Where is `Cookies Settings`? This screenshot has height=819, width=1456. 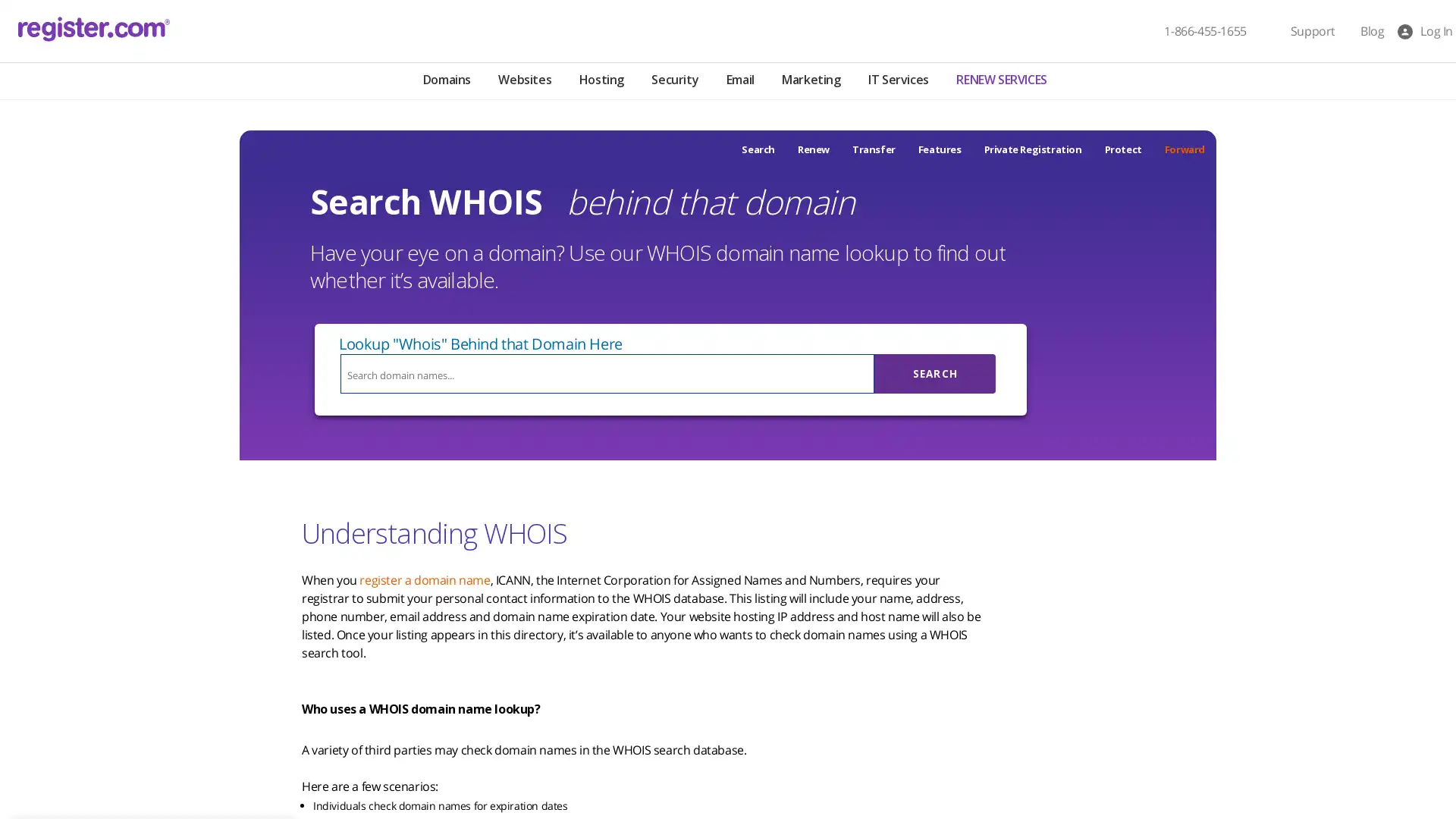
Cookies Settings is located at coordinates (154, 768).